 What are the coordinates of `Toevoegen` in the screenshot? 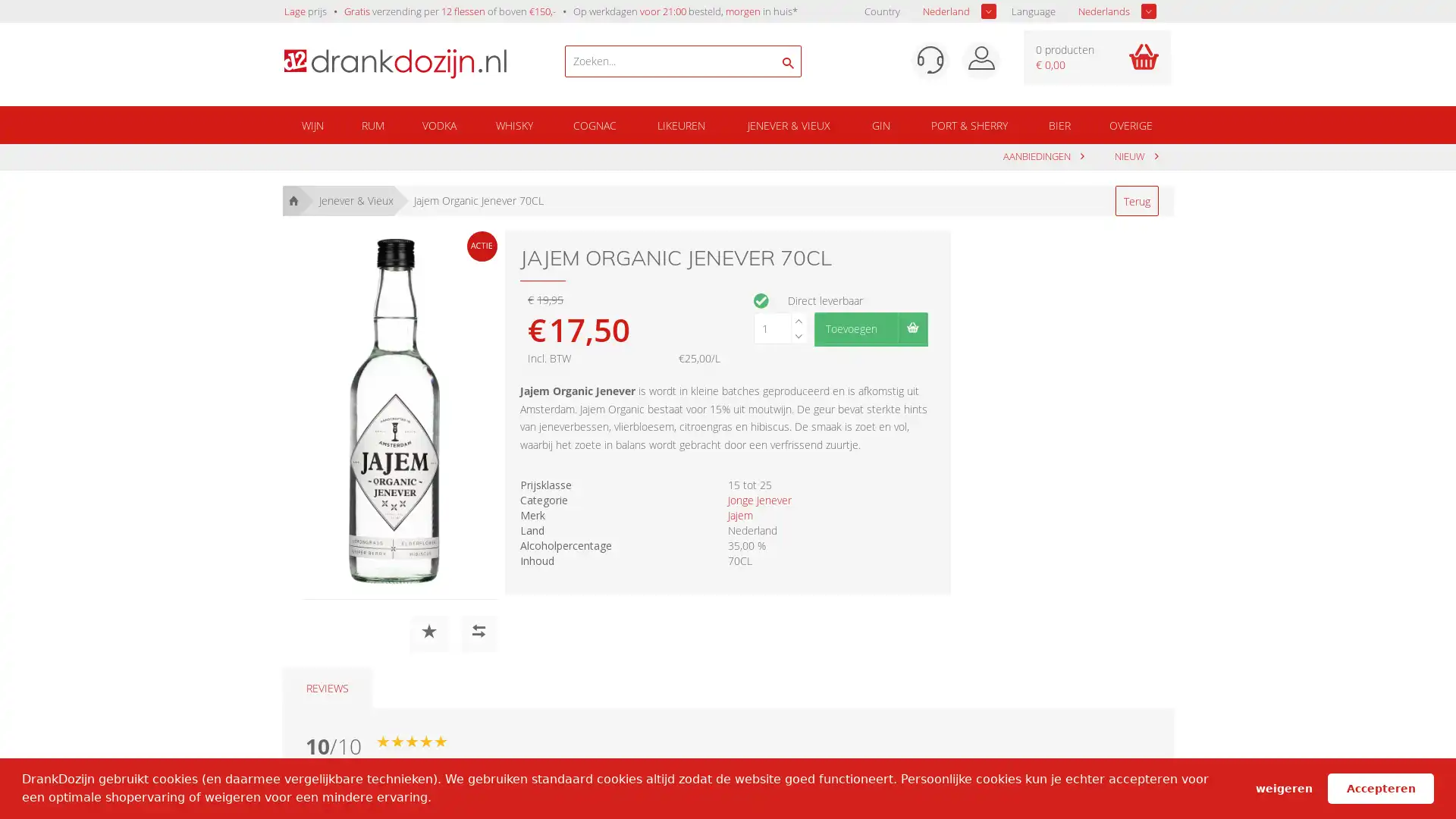 It's located at (870, 327).